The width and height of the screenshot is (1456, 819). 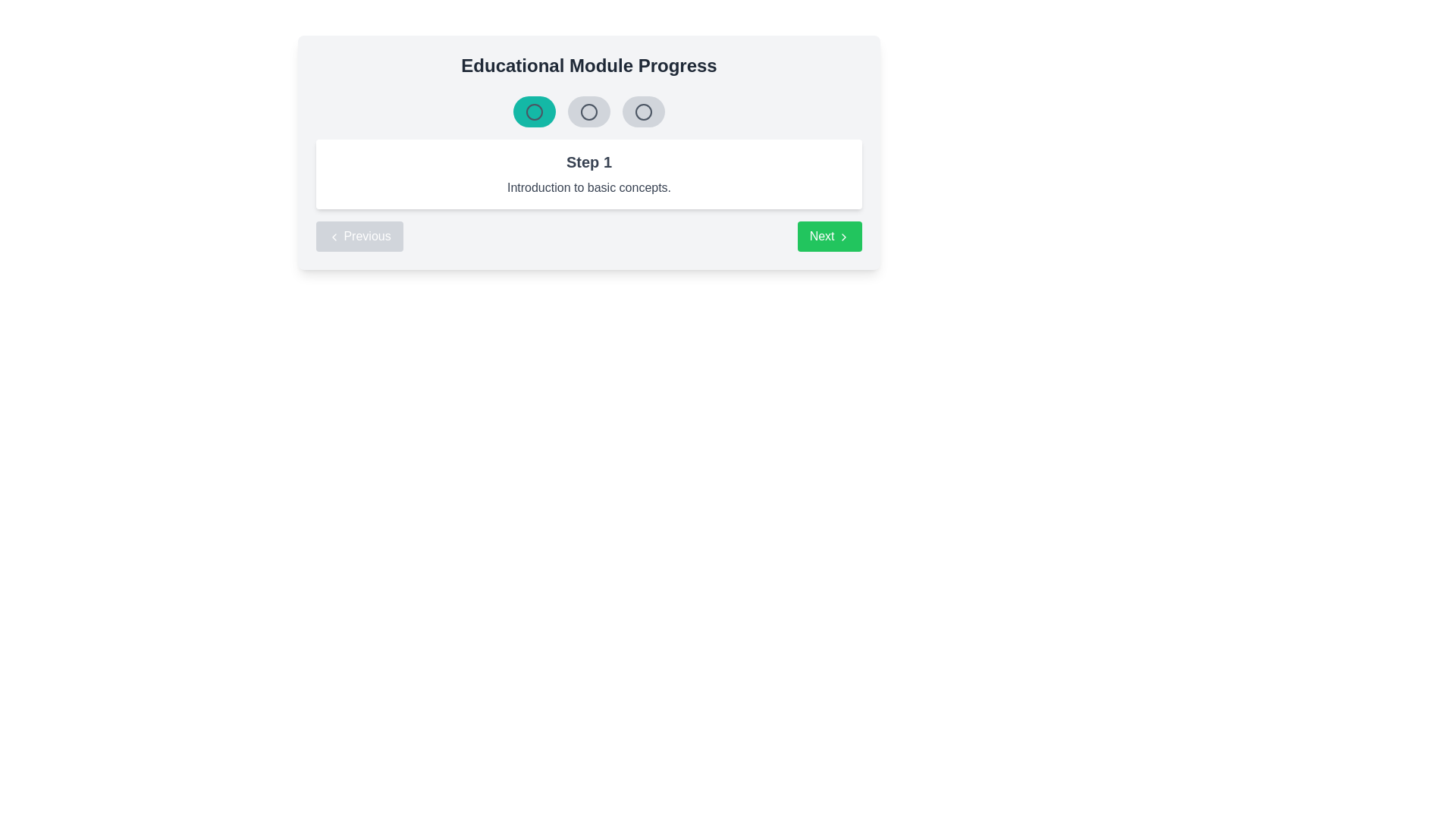 What do you see at coordinates (535, 110) in the screenshot?
I see `the visual state of the Progress tracker step indicator, which is a rounded rectangular component with a teal background and a circular icon, located near the top of the interface as the first item in a sequence of three progress indicators` at bounding box center [535, 110].